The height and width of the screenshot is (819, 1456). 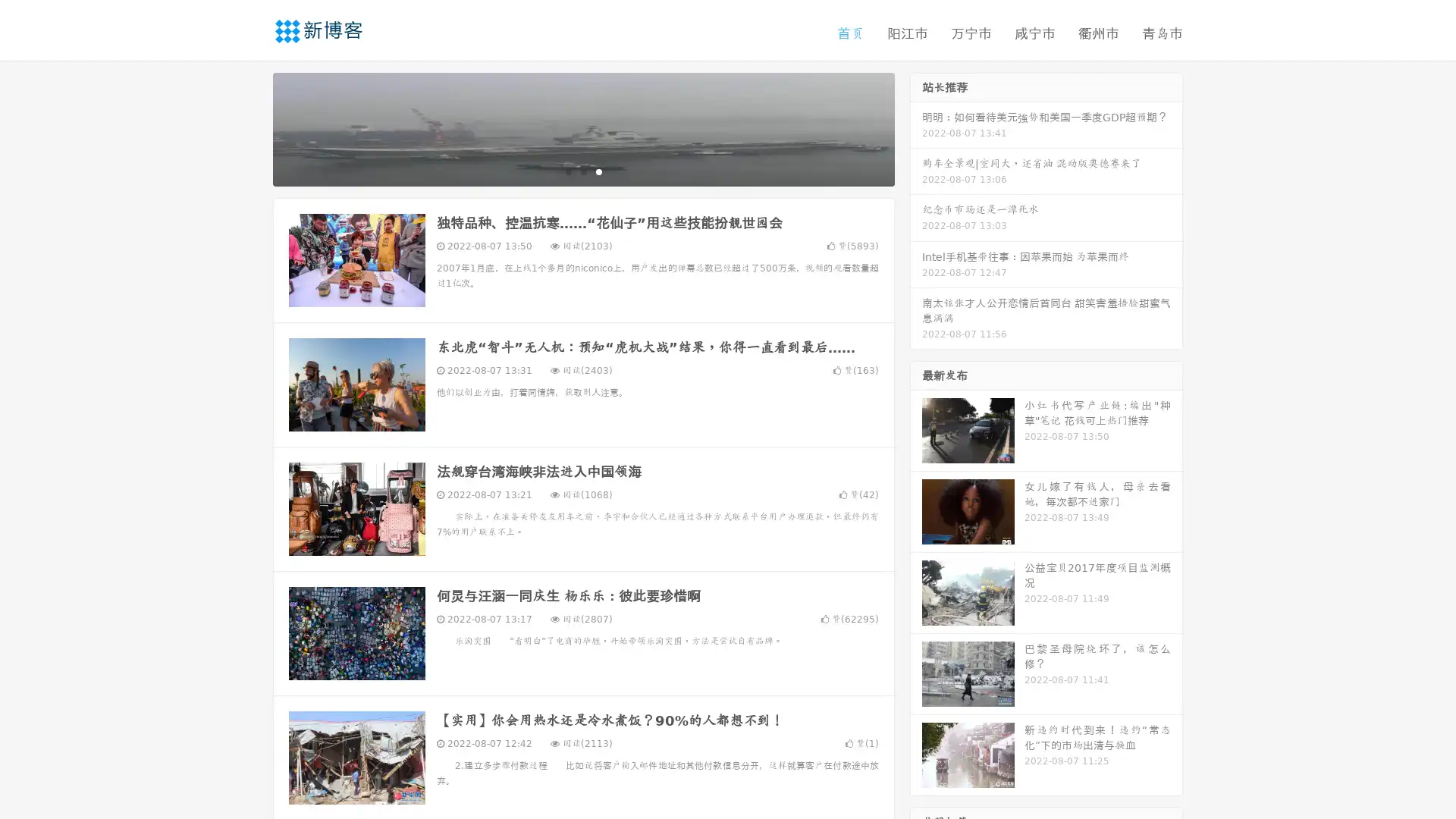 What do you see at coordinates (916, 127) in the screenshot?
I see `Next slide` at bounding box center [916, 127].